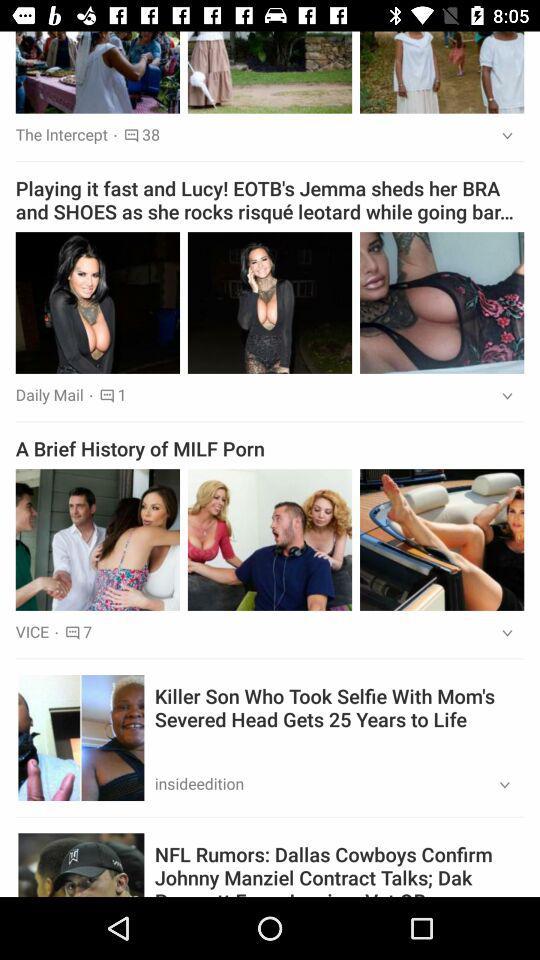 This screenshot has width=540, height=960. What do you see at coordinates (497, 785) in the screenshot?
I see `the icon at the bottom right corner` at bounding box center [497, 785].